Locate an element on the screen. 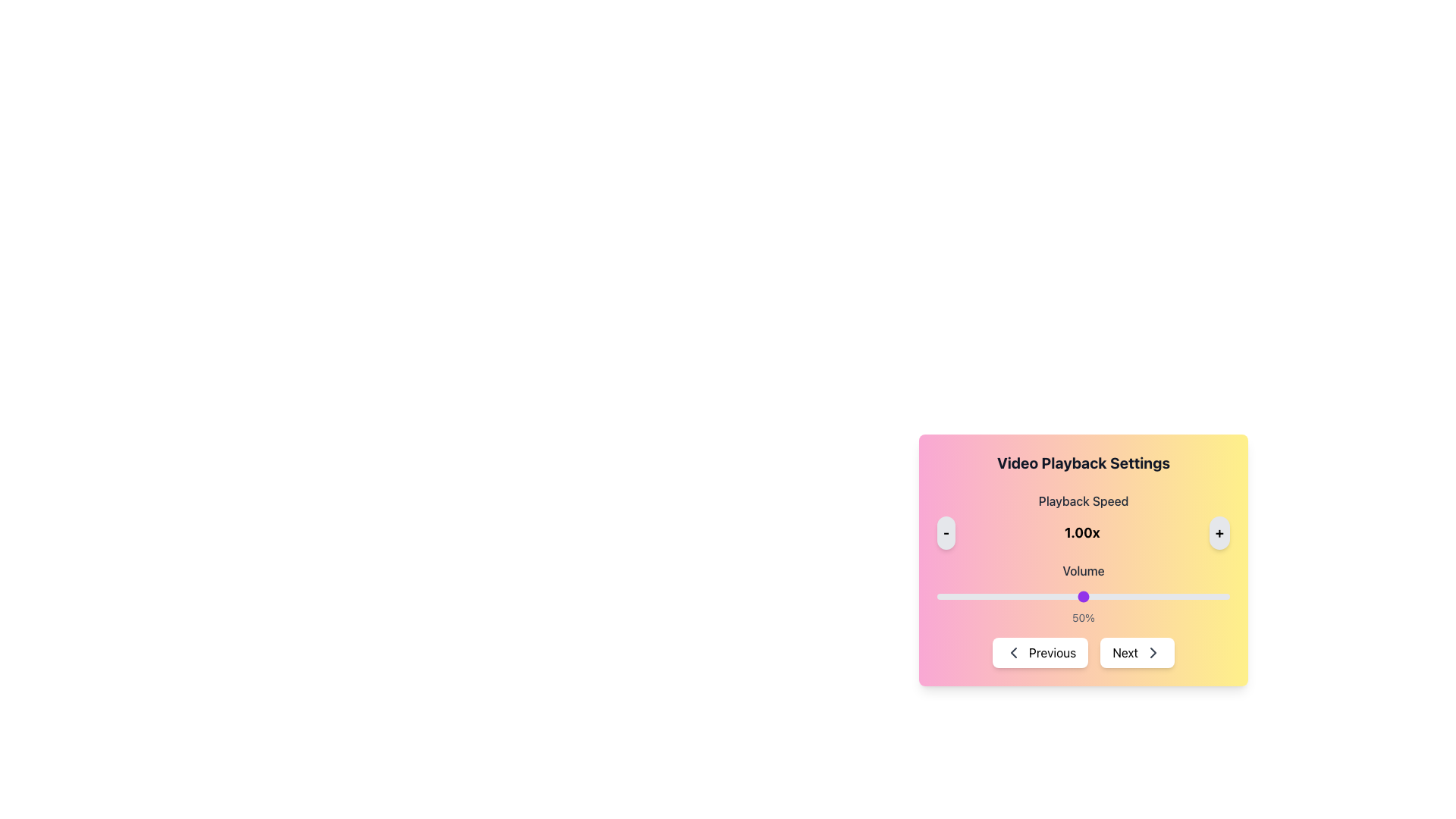  the volume slider is located at coordinates (993, 595).